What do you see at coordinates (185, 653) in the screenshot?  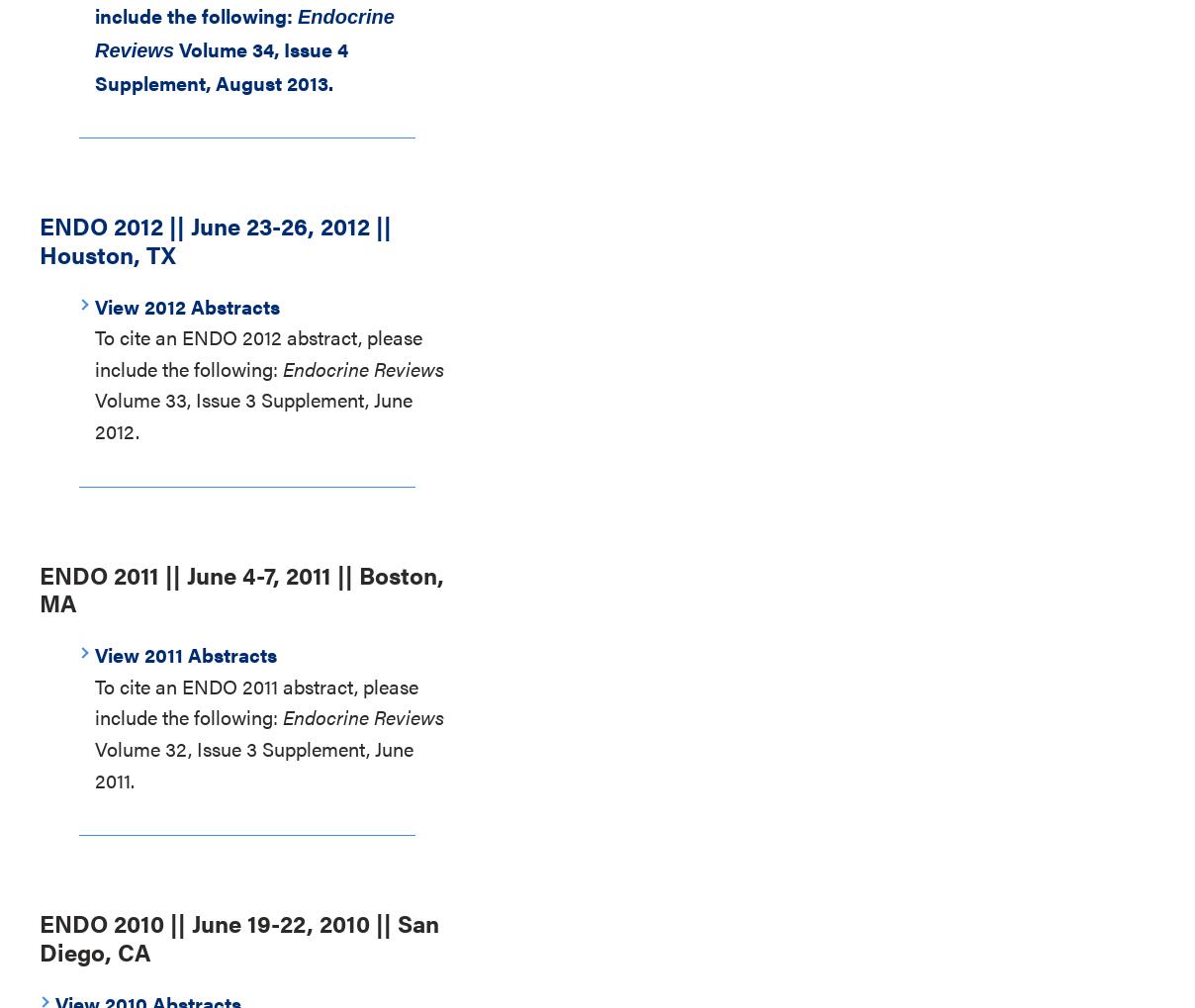 I see `'View 2011 Abstracts'` at bounding box center [185, 653].